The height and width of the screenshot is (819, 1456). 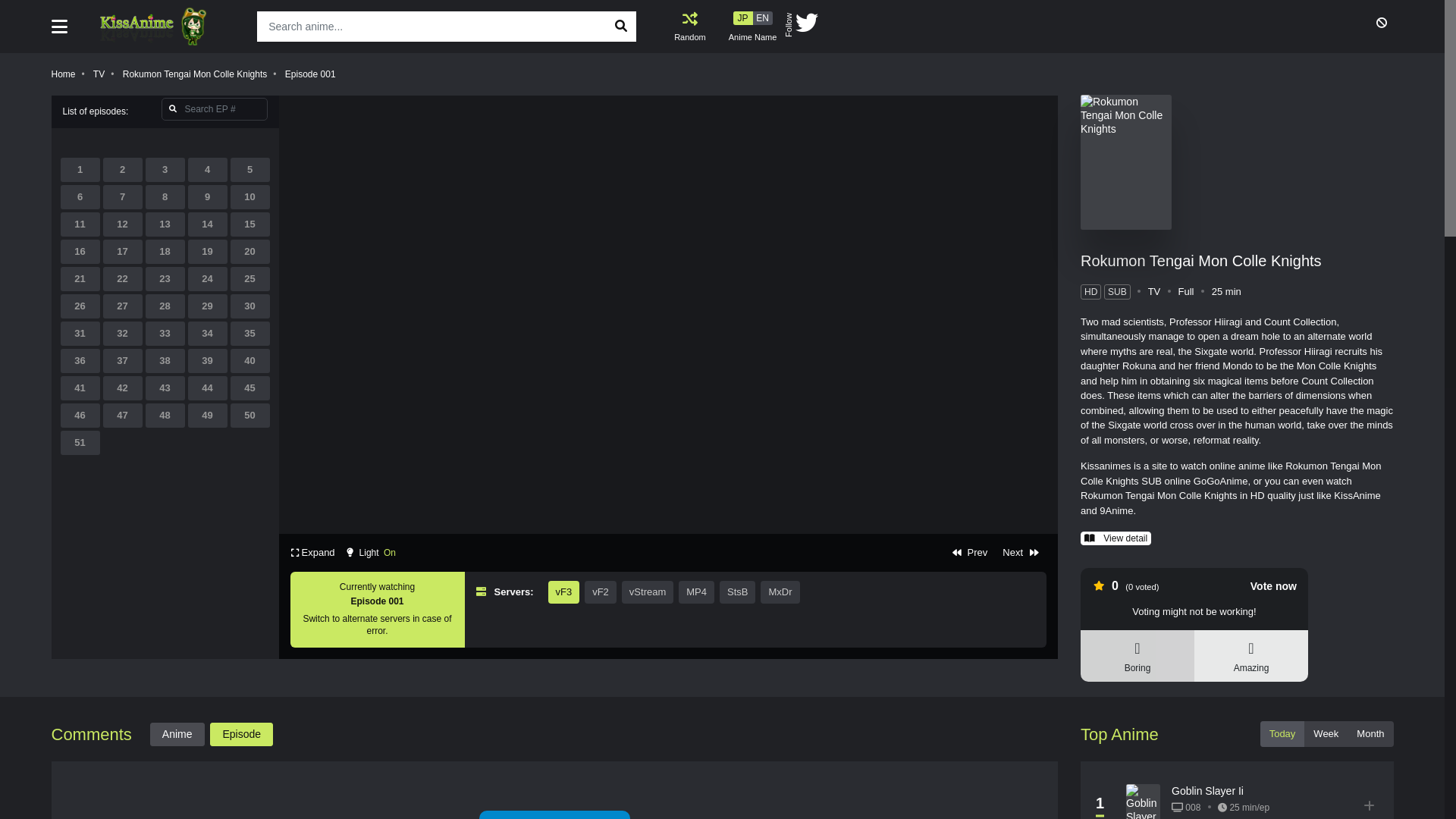 I want to click on '38', so click(x=146, y=360).